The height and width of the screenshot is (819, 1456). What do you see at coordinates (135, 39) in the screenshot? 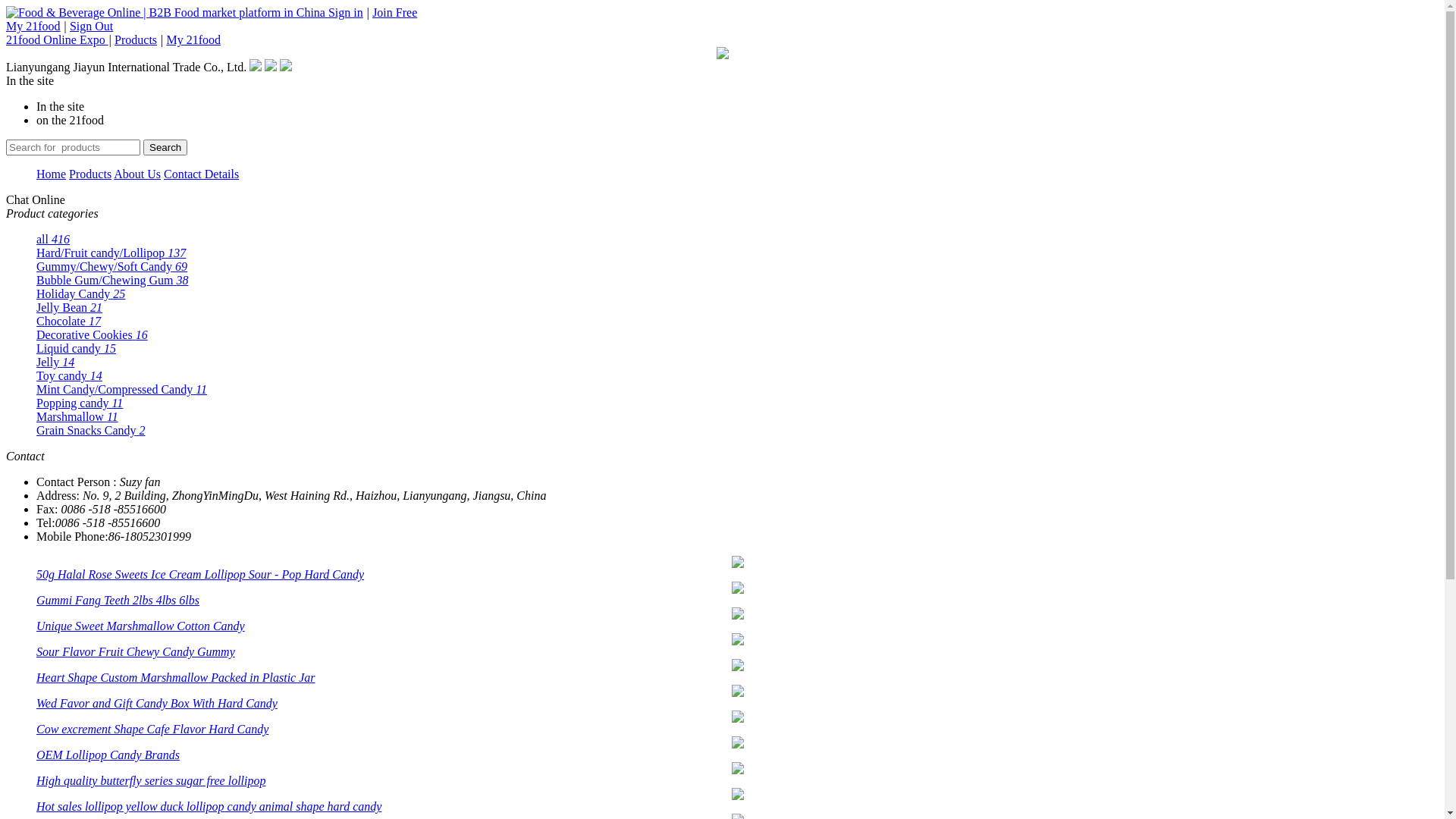
I see `'Products'` at bounding box center [135, 39].